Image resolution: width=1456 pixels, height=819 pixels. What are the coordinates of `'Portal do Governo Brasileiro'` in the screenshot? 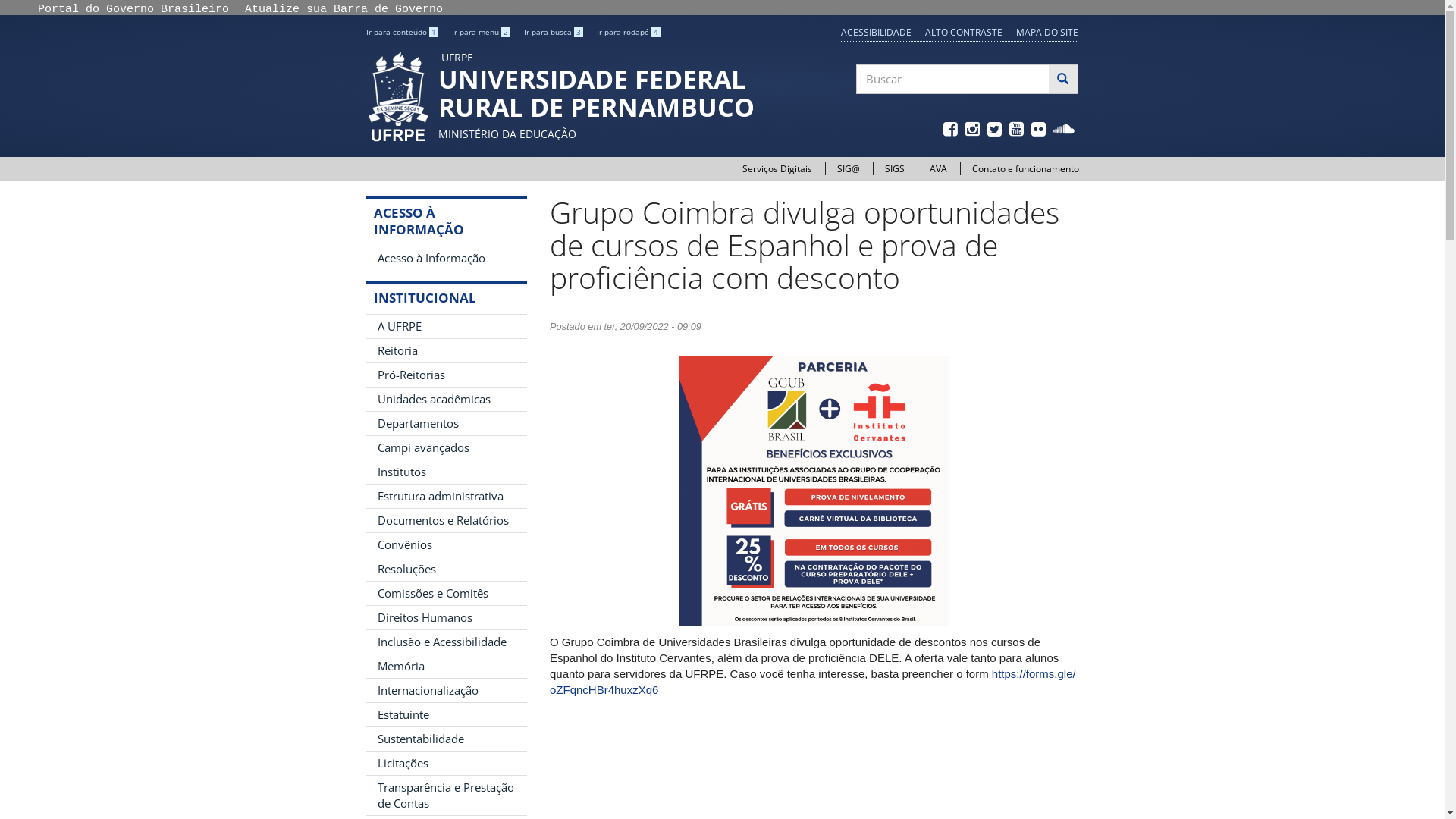 It's located at (37, 9).